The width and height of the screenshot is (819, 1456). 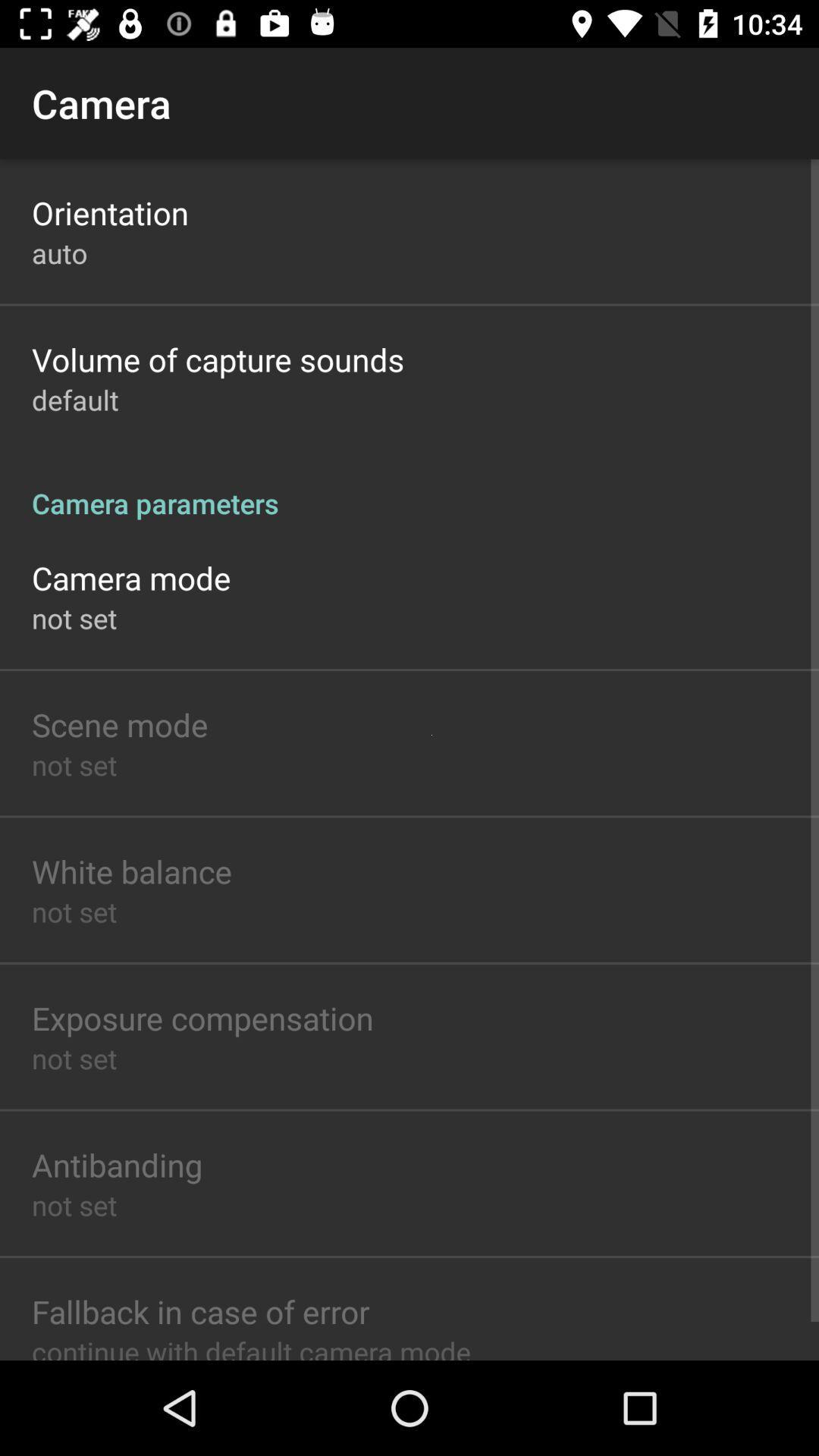 What do you see at coordinates (130, 871) in the screenshot?
I see `the item above not set item` at bounding box center [130, 871].